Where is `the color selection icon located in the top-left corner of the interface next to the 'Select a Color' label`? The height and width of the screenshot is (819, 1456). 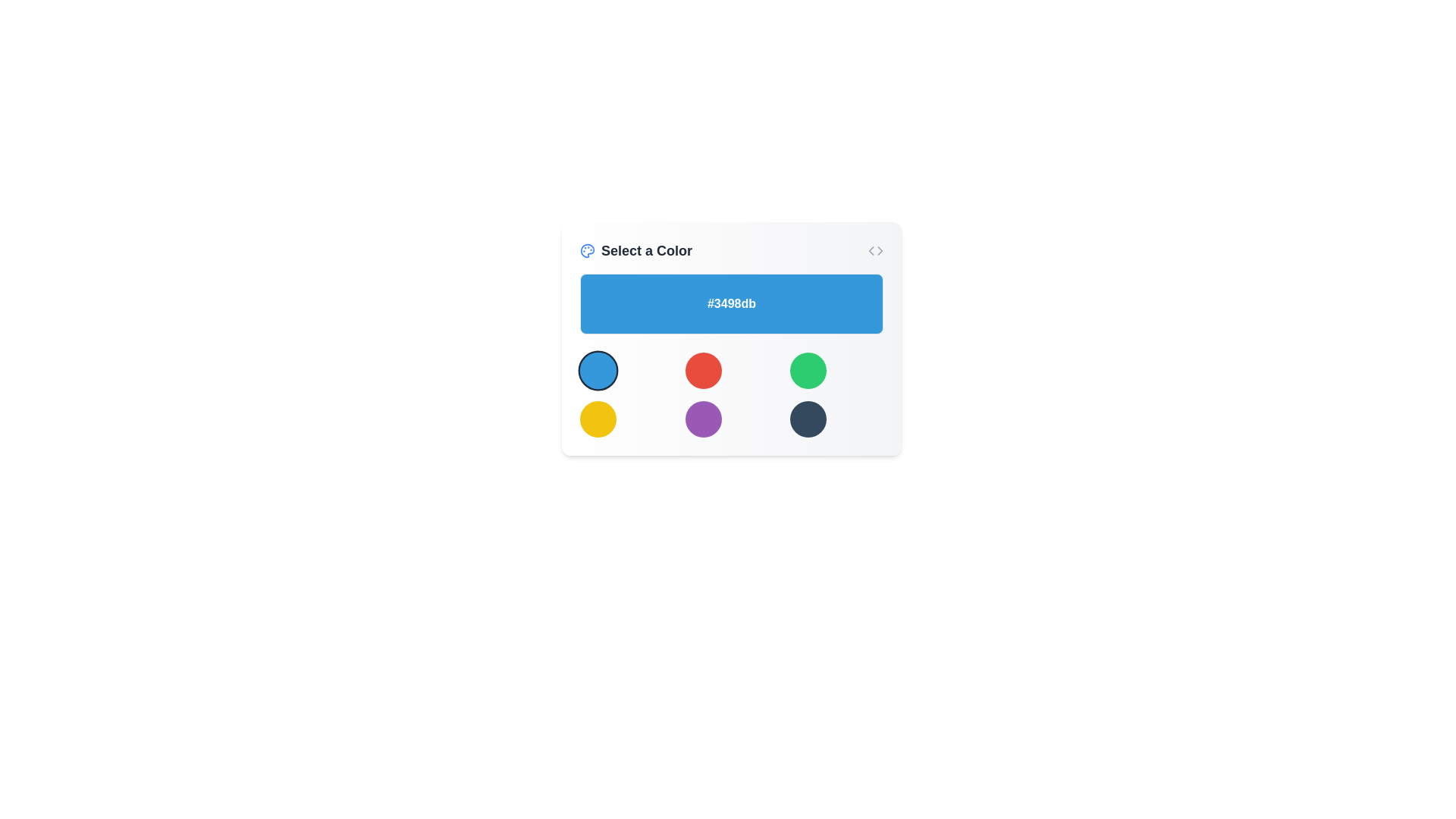
the color selection icon located in the top-left corner of the interface next to the 'Select a Color' label is located at coordinates (586, 250).